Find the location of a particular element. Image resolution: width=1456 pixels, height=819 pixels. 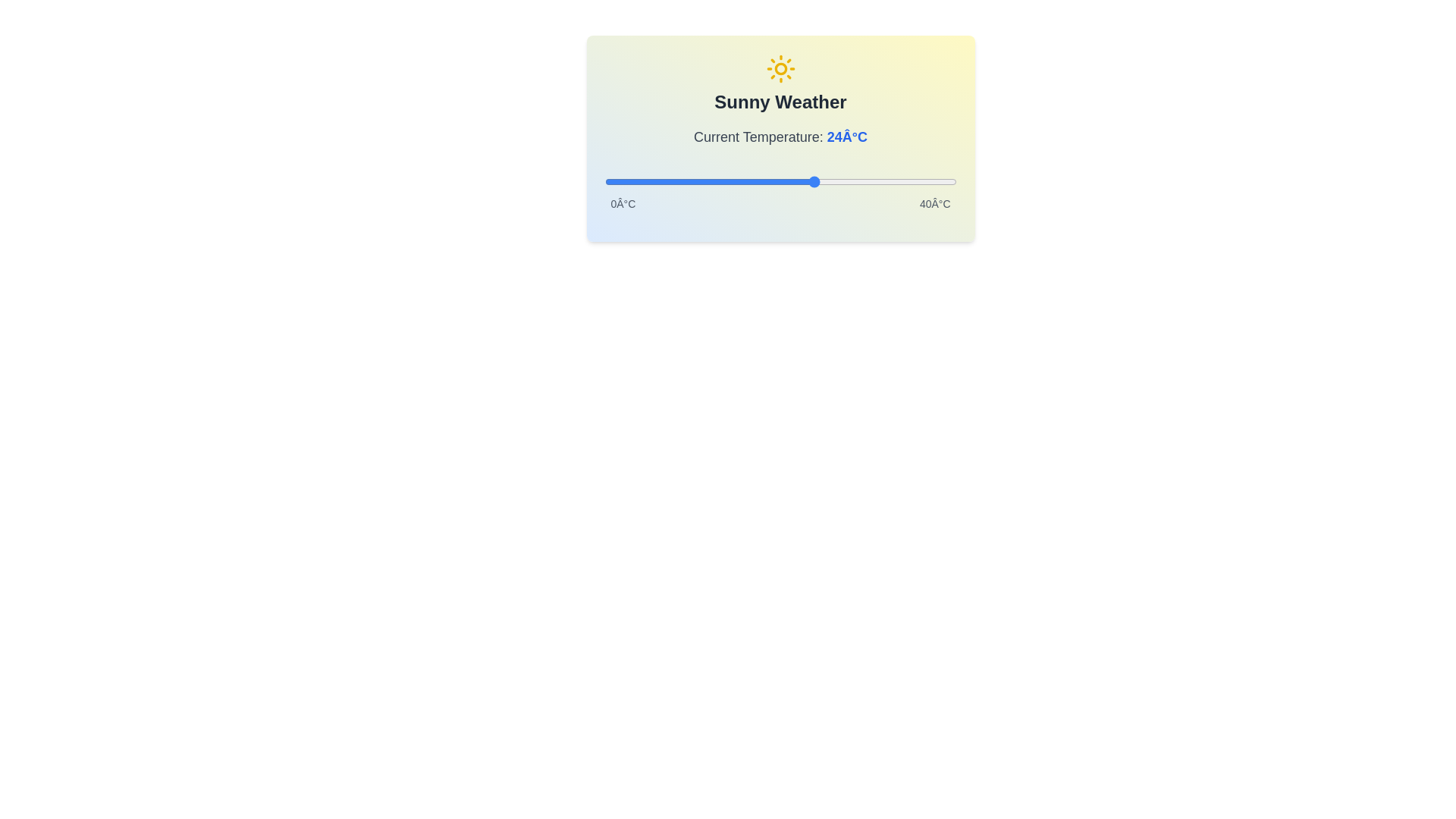

the temperature slider is located at coordinates (824, 180).